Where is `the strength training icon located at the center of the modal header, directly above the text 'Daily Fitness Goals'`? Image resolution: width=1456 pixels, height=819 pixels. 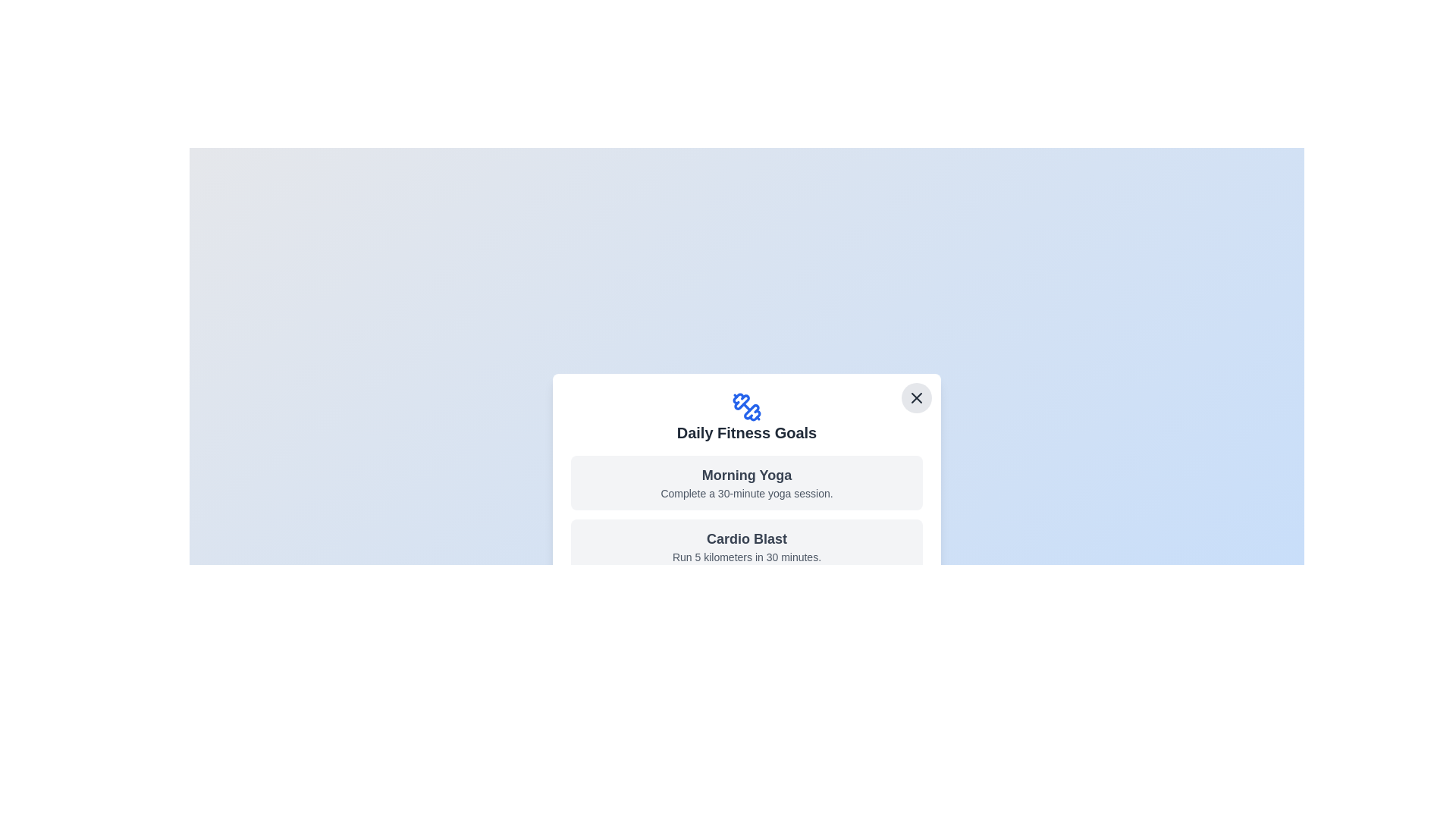 the strength training icon located at the center of the modal header, directly above the text 'Daily Fitness Goals' is located at coordinates (746, 406).